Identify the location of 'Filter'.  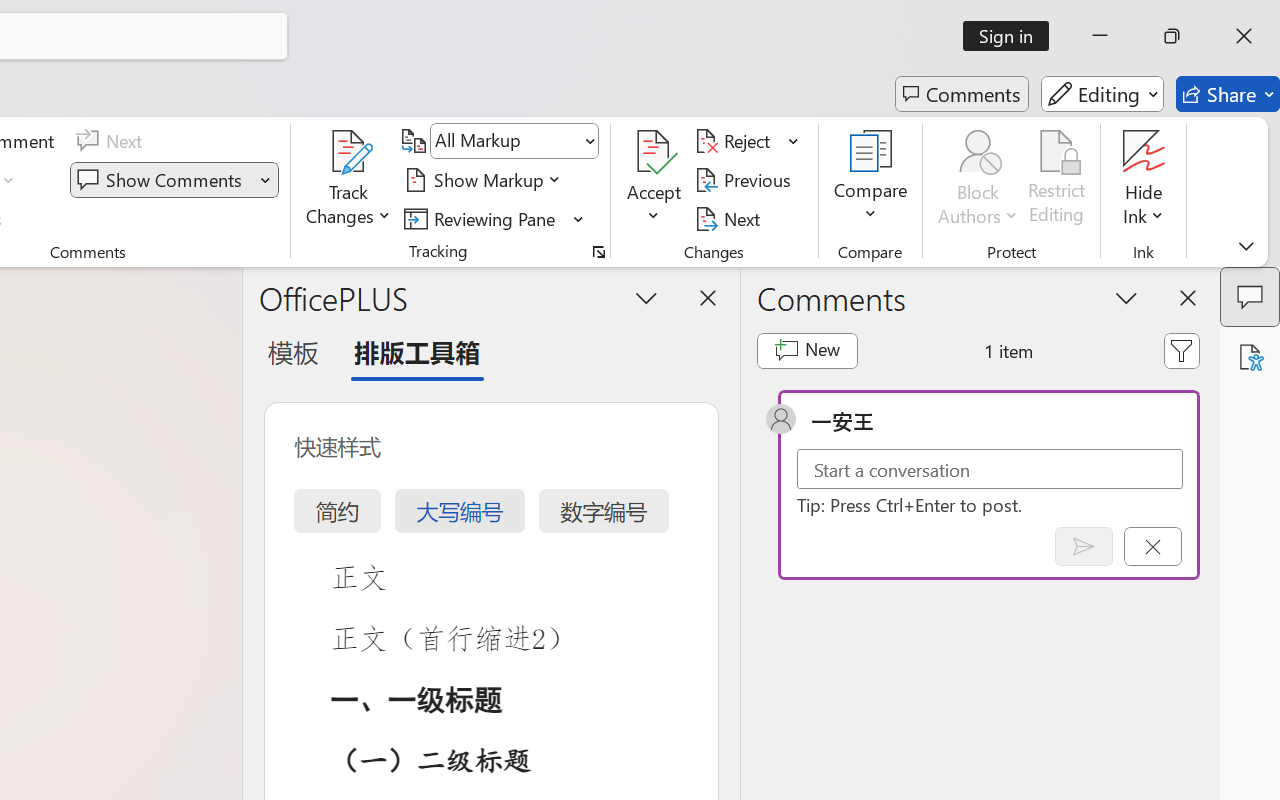
(1182, 350).